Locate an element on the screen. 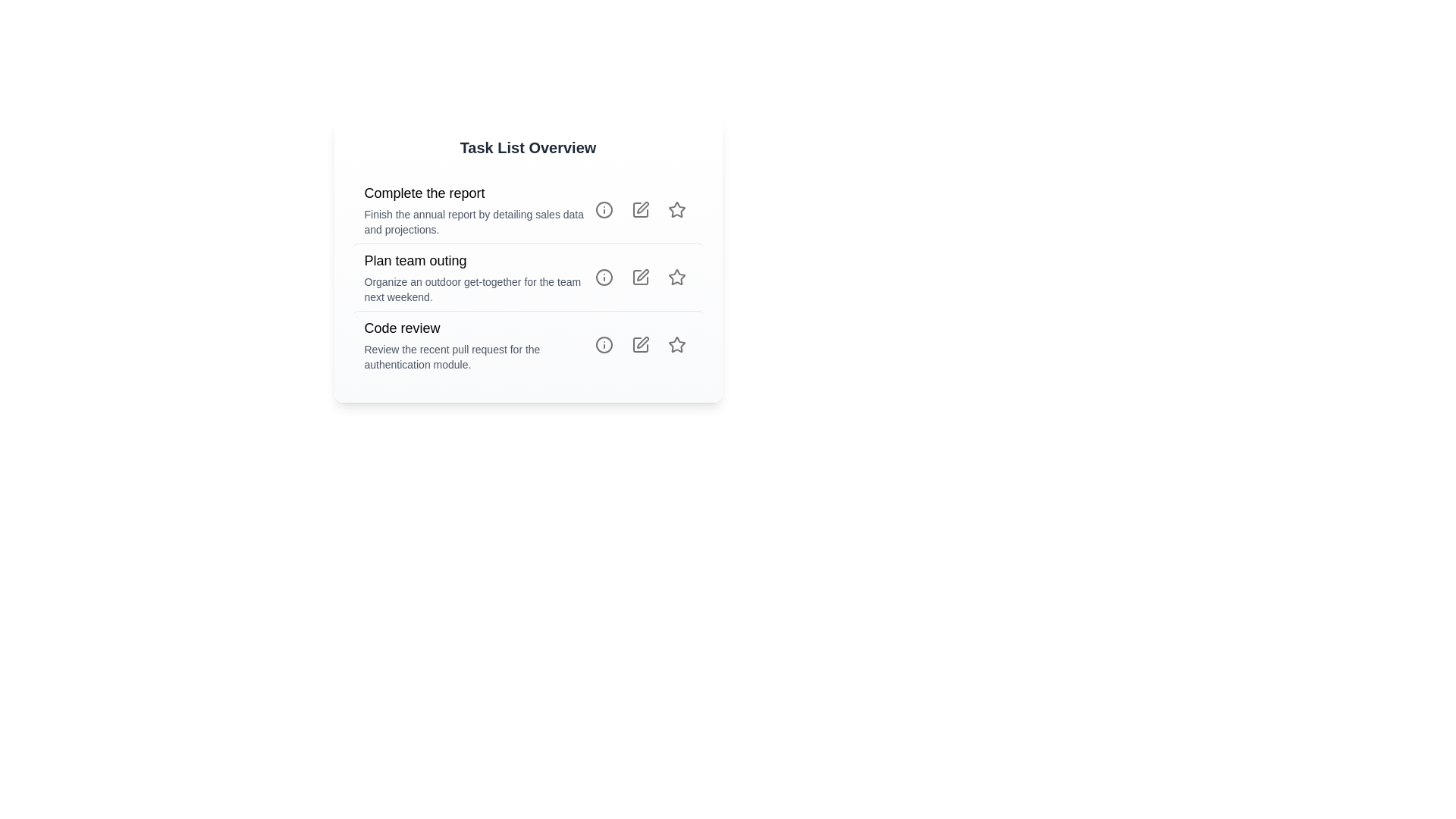 The width and height of the screenshot is (1456, 819). the edit button for the 'Code review' task, which is the third button in a horizontal group, located between the info icon button and the star icon button, to initiate editing is located at coordinates (640, 345).